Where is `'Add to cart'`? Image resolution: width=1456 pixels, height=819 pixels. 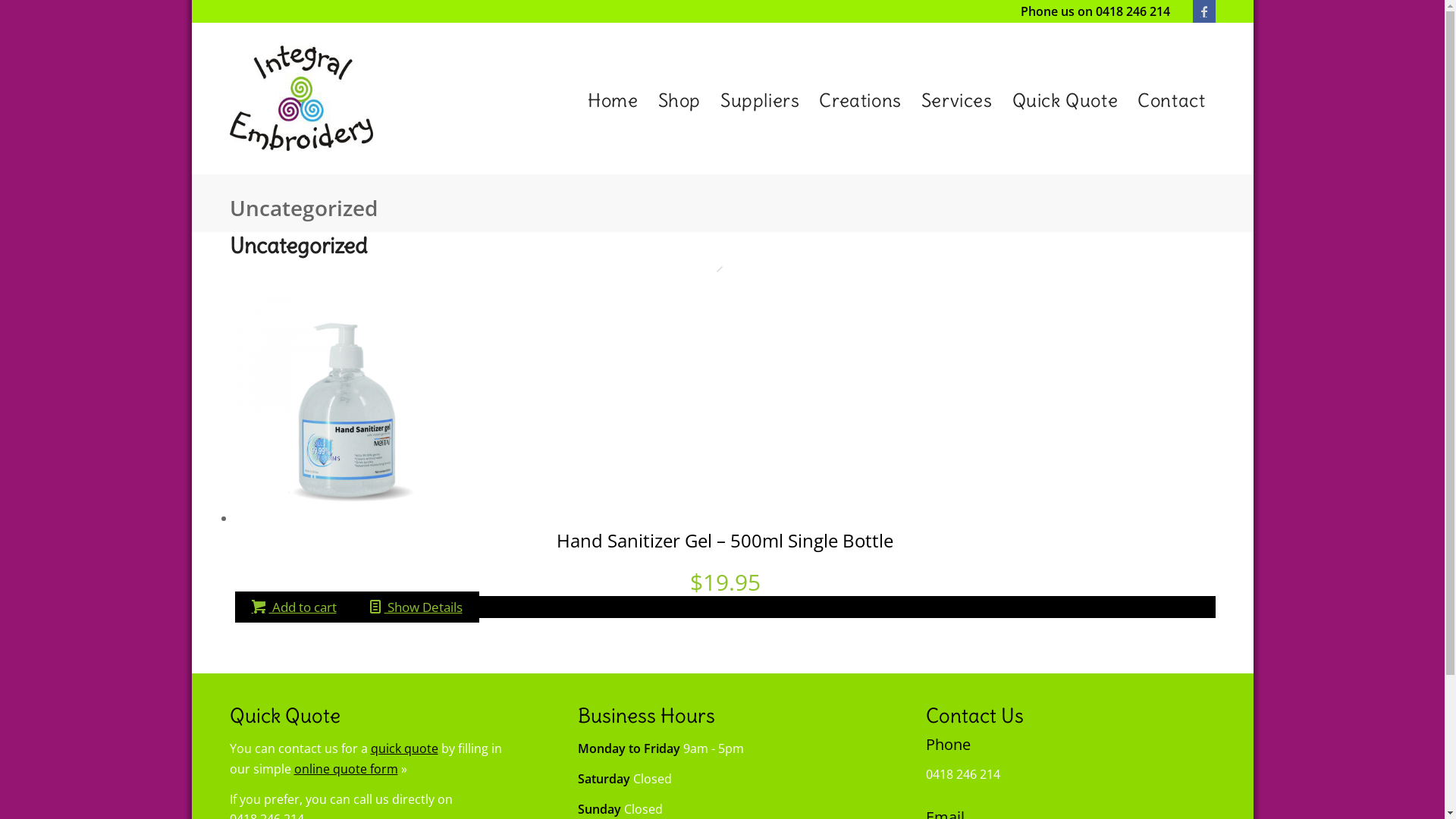
'Add to cart' is located at coordinates (234, 606).